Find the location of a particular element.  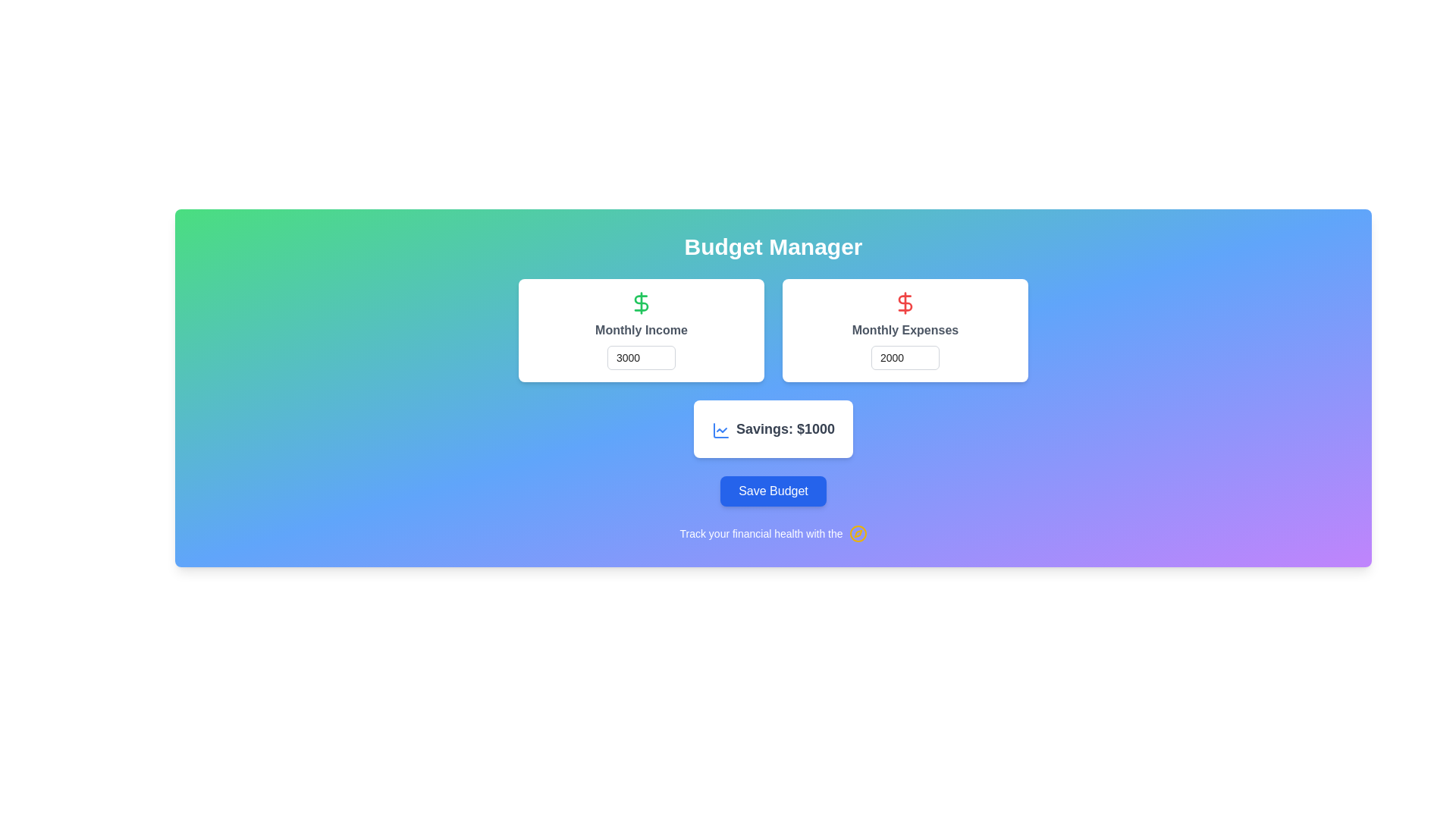

the circular graphic element within the SVG compass illustration located in the bottom-right section of the interface is located at coordinates (858, 533).